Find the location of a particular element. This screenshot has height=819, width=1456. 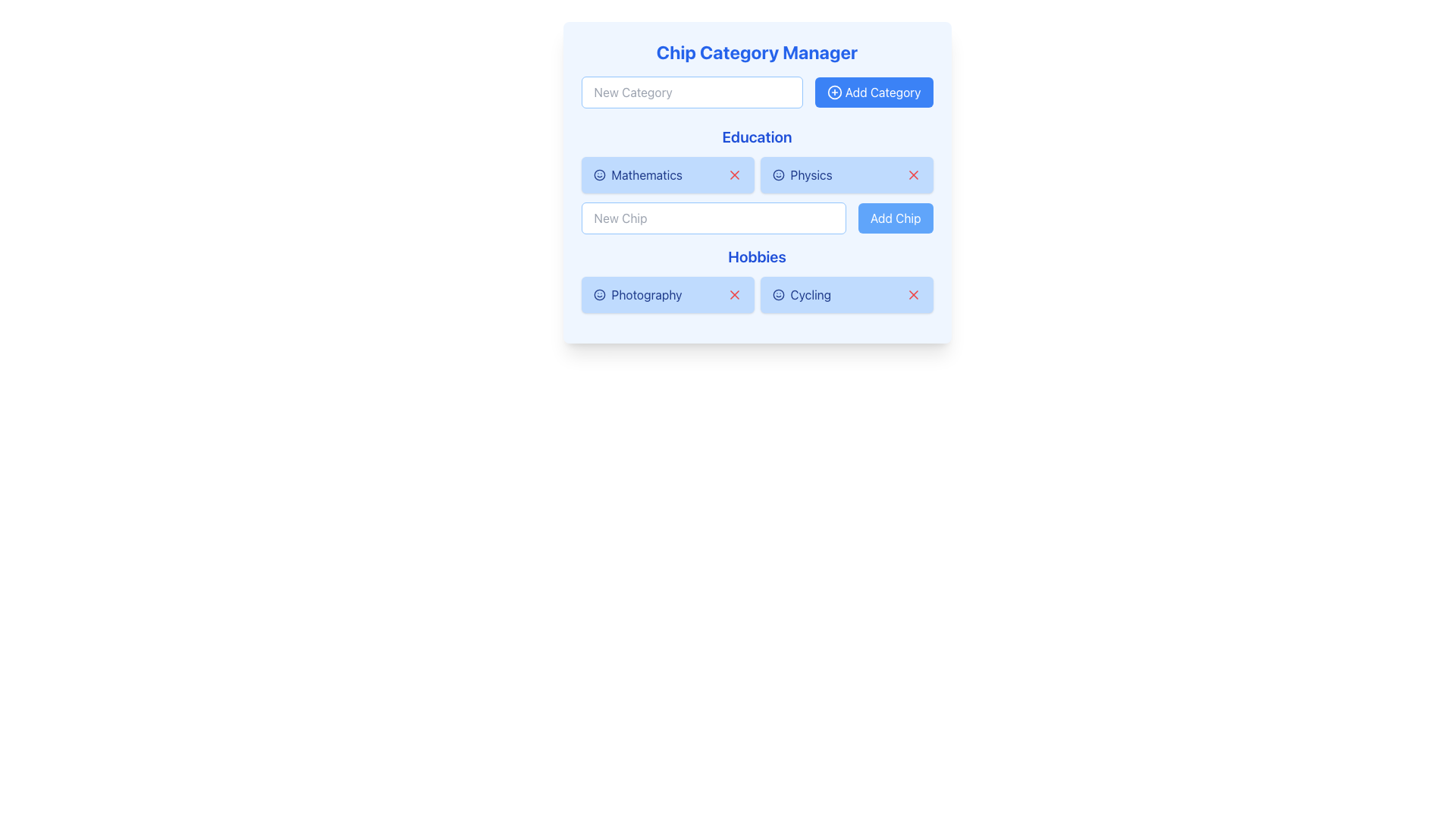

the button that adds a new chip or tag in the 'Education' section to observe its hover effect is located at coordinates (896, 218).